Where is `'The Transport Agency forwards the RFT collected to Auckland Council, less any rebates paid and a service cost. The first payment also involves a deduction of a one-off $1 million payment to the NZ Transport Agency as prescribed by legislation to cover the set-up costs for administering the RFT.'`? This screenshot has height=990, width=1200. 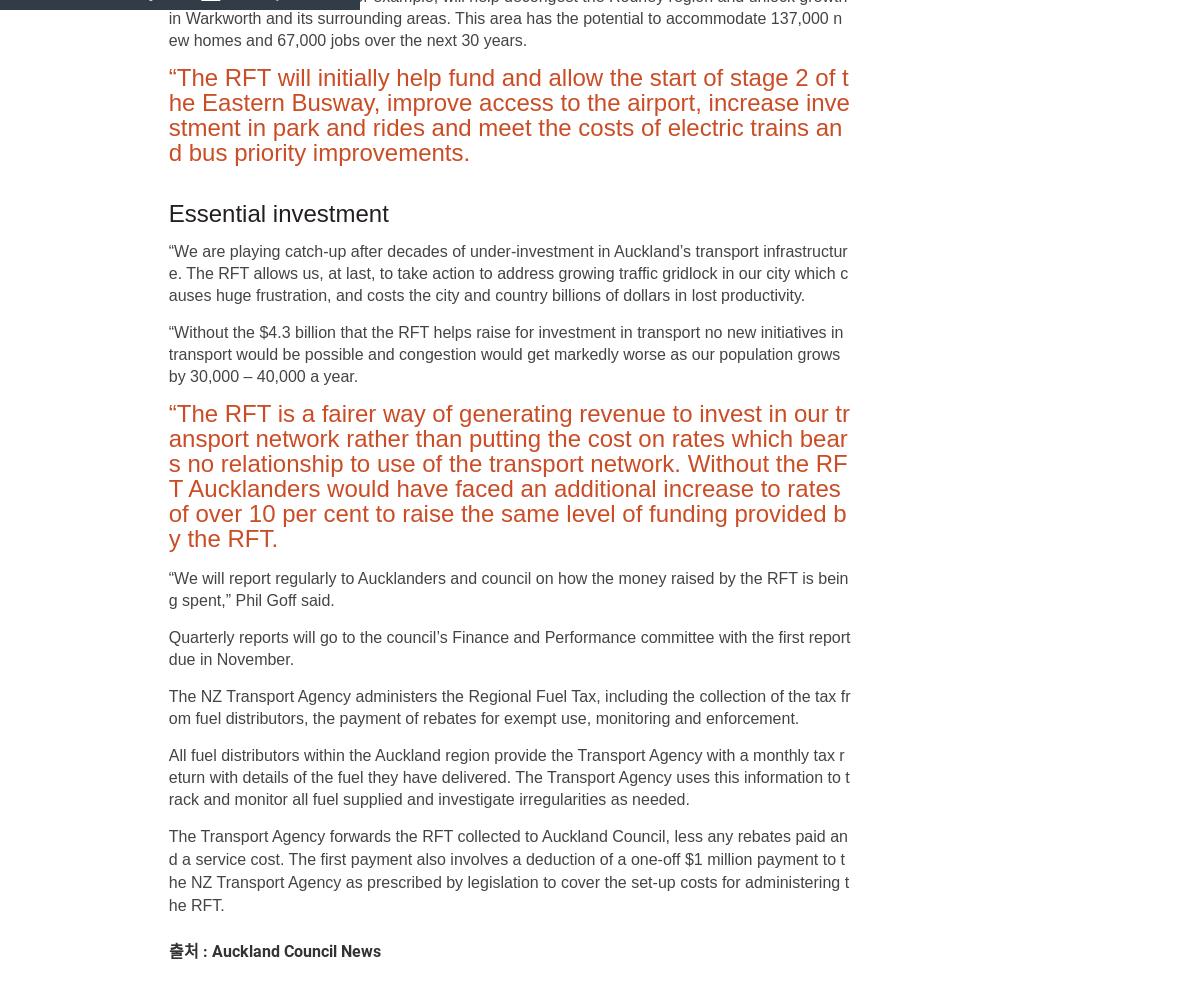
'The Transport Agency forwards the RFT collected to Auckland Council, less any rebates paid and a service cost. The first payment also involves a deduction of a one-off $1 million payment to the NZ Transport Agency as prescribed by legislation to cover the set-up costs for administering the RFT.' is located at coordinates (167, 871).